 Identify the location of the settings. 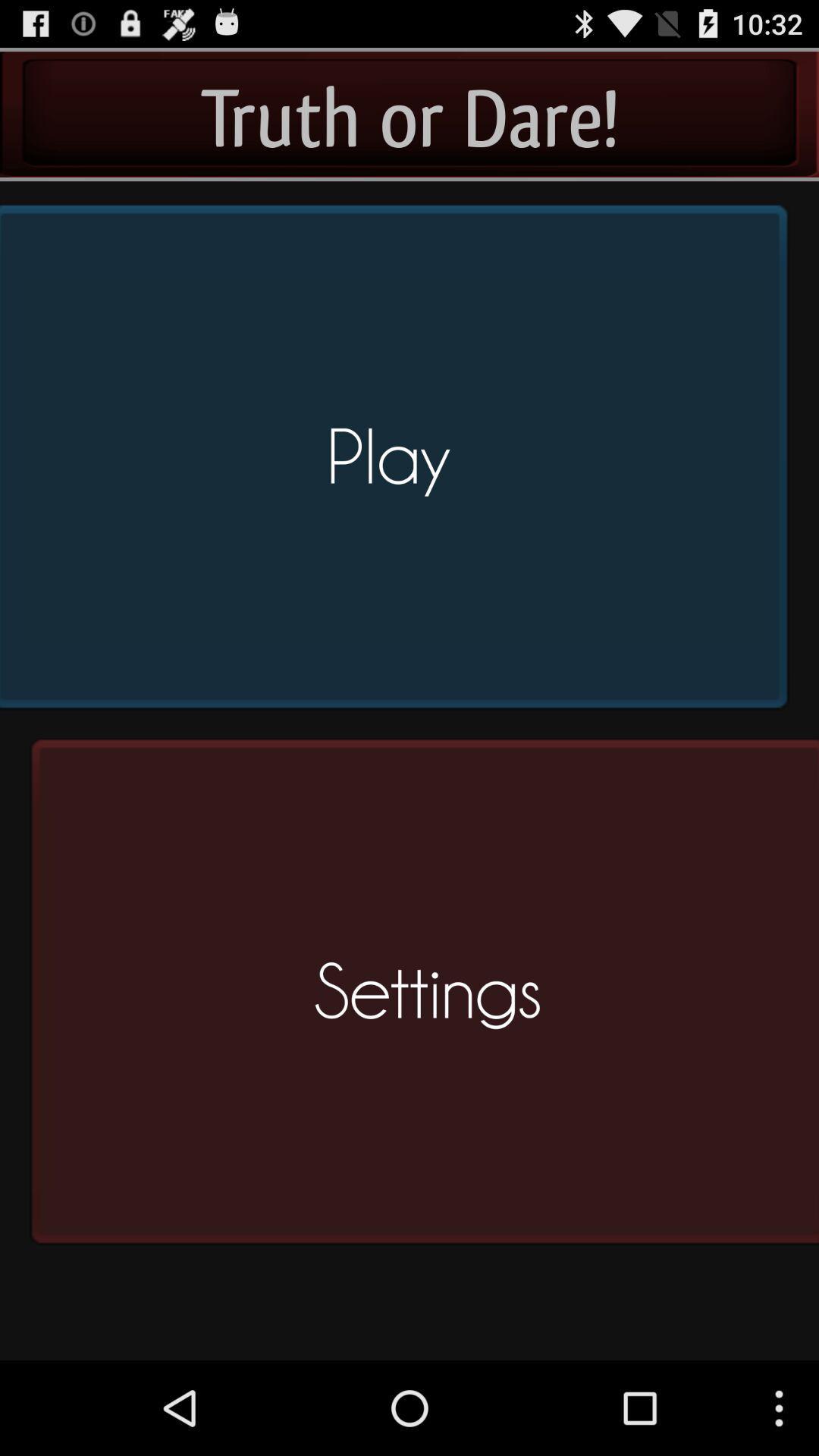
(419, 998).